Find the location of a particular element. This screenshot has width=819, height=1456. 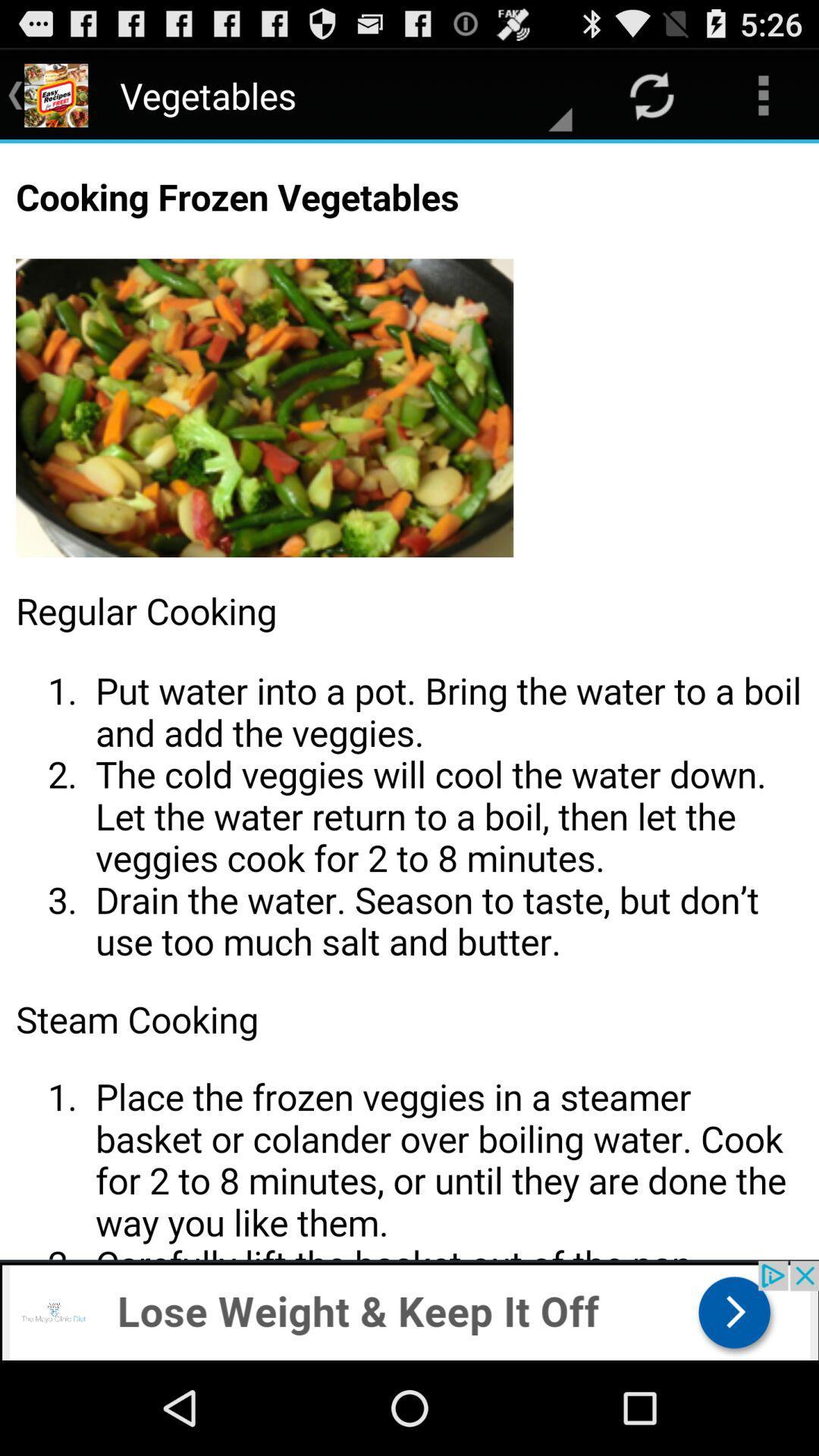

advertisement option is located at coordinates (409, 1310).